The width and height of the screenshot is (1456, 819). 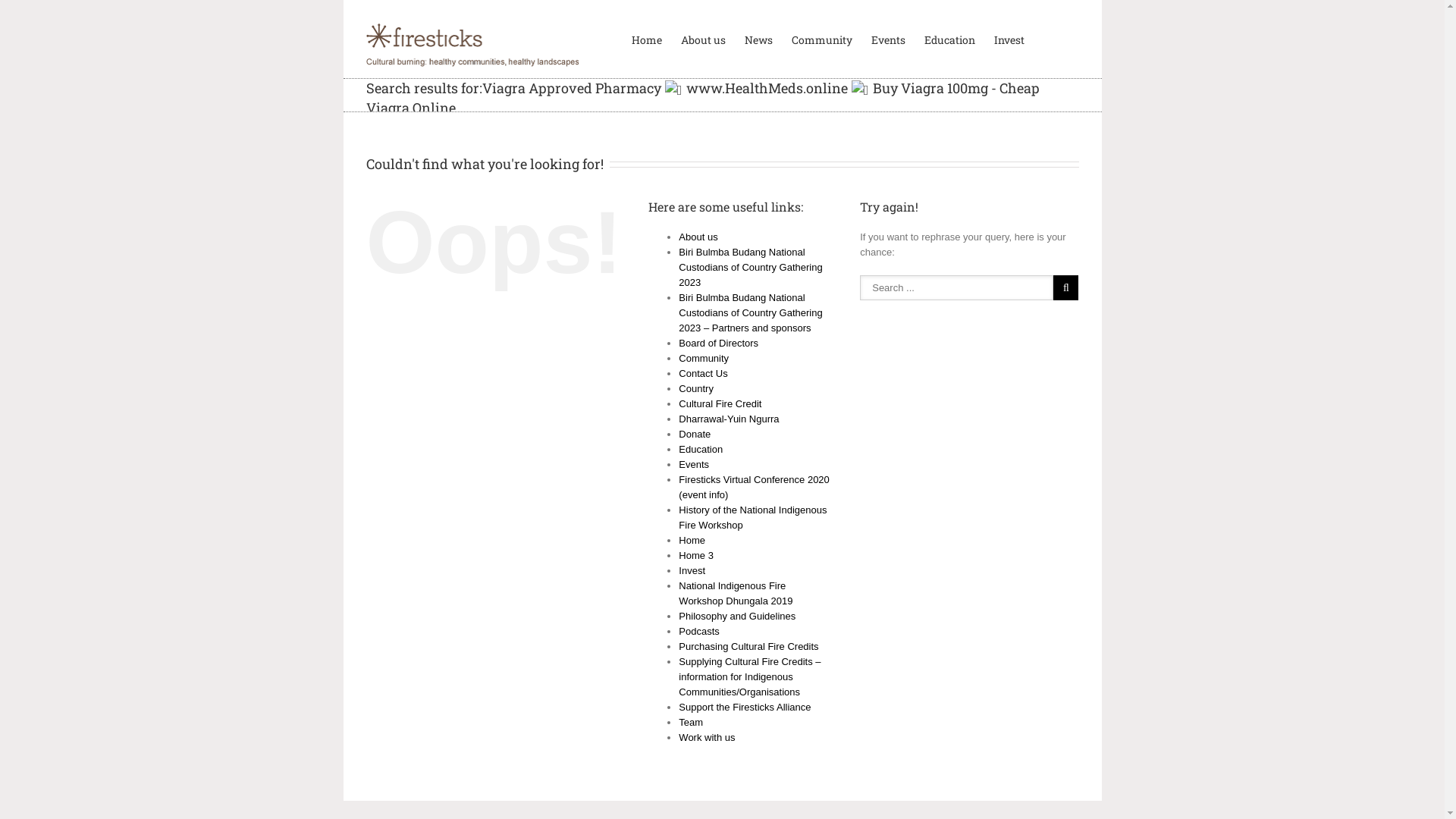 What do you see at coordinates (1008, 38) in the screenshot?
I see `'Invest'` at bounding box center [1008, 38].